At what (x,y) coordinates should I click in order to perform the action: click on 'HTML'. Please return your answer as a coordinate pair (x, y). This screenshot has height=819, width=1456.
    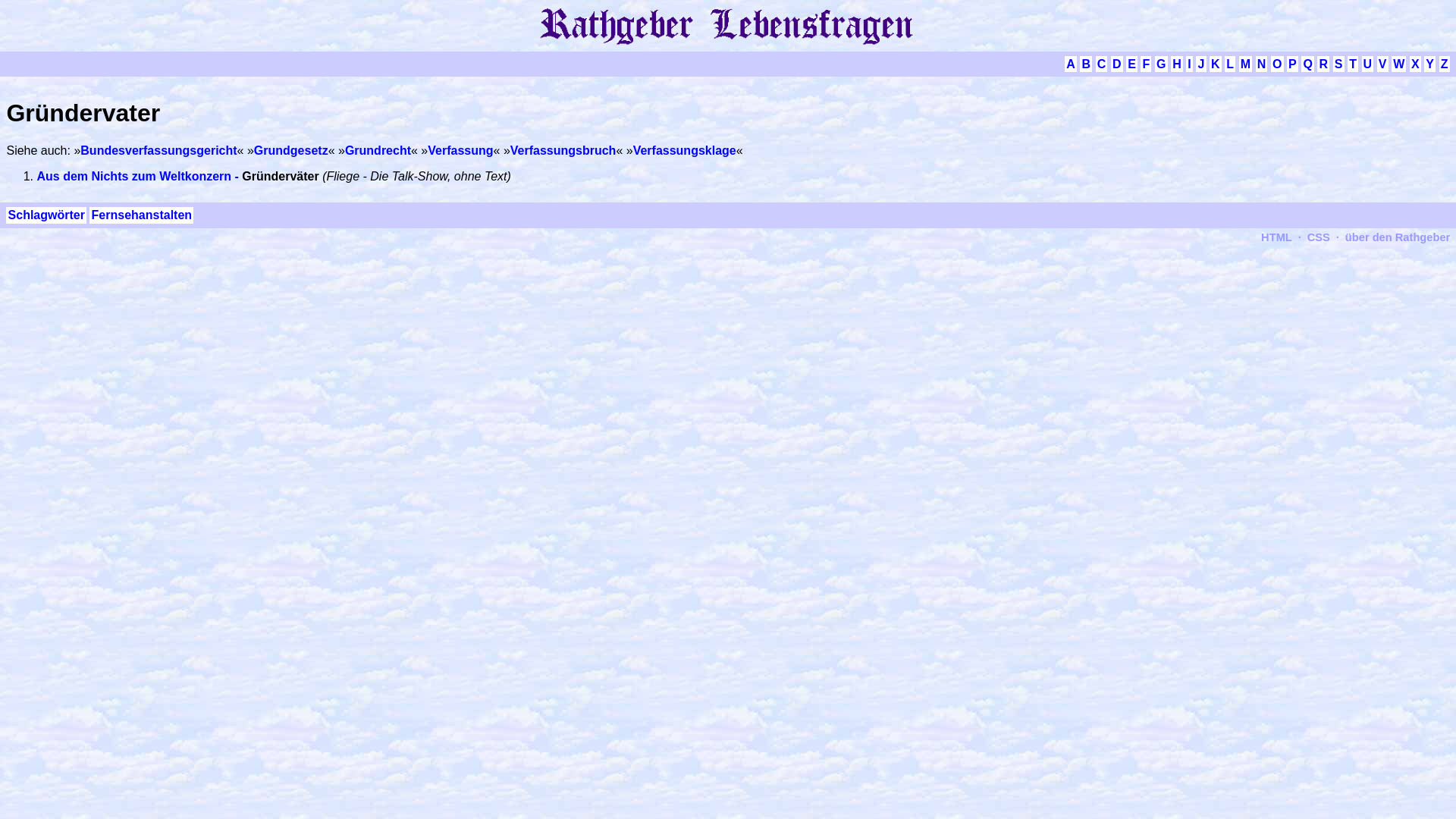
    Looking at the image, I should click on (1276, 237).